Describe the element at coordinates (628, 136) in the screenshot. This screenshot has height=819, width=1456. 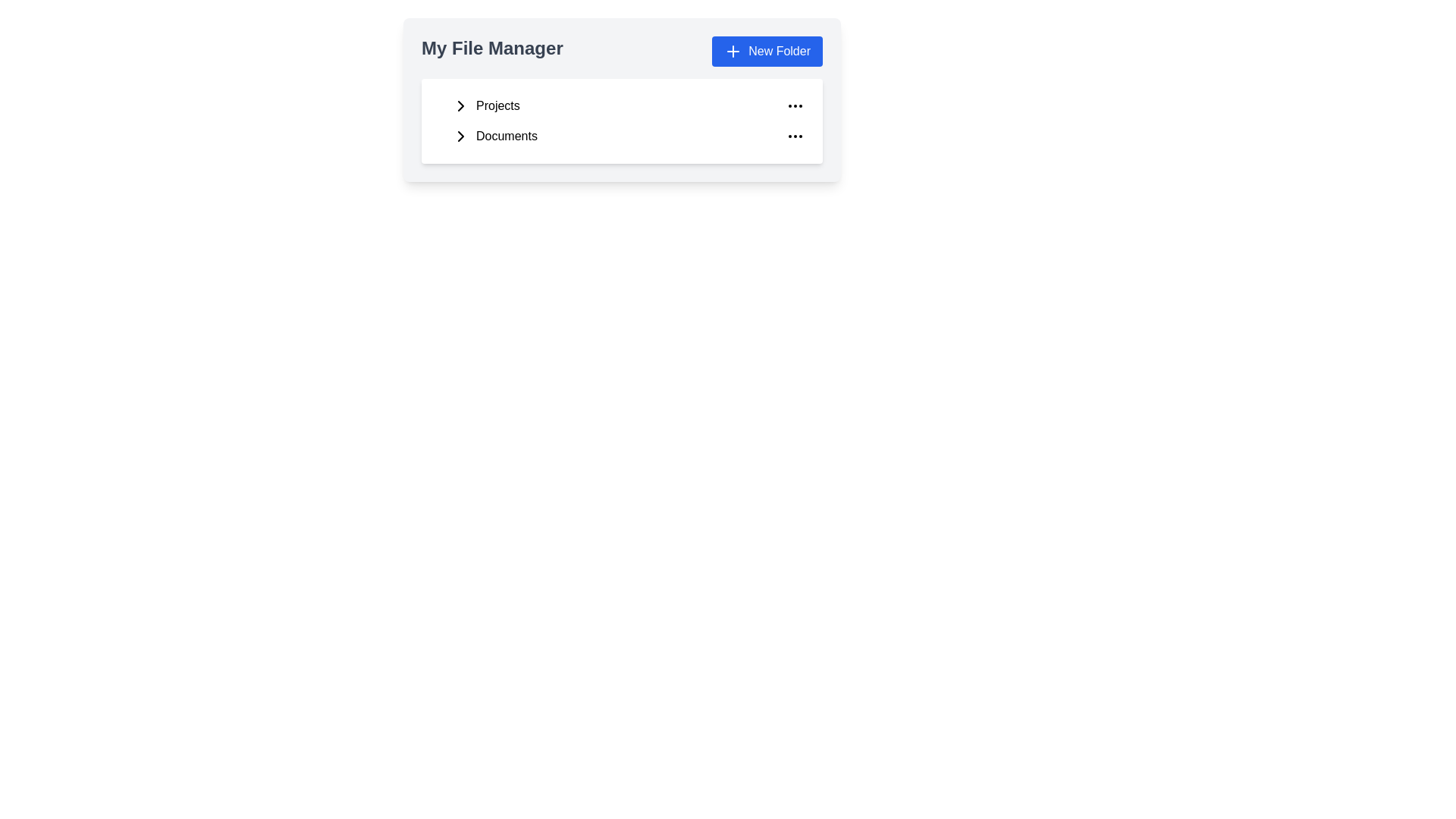
I see `the 'Documents' folder entry` at that location.